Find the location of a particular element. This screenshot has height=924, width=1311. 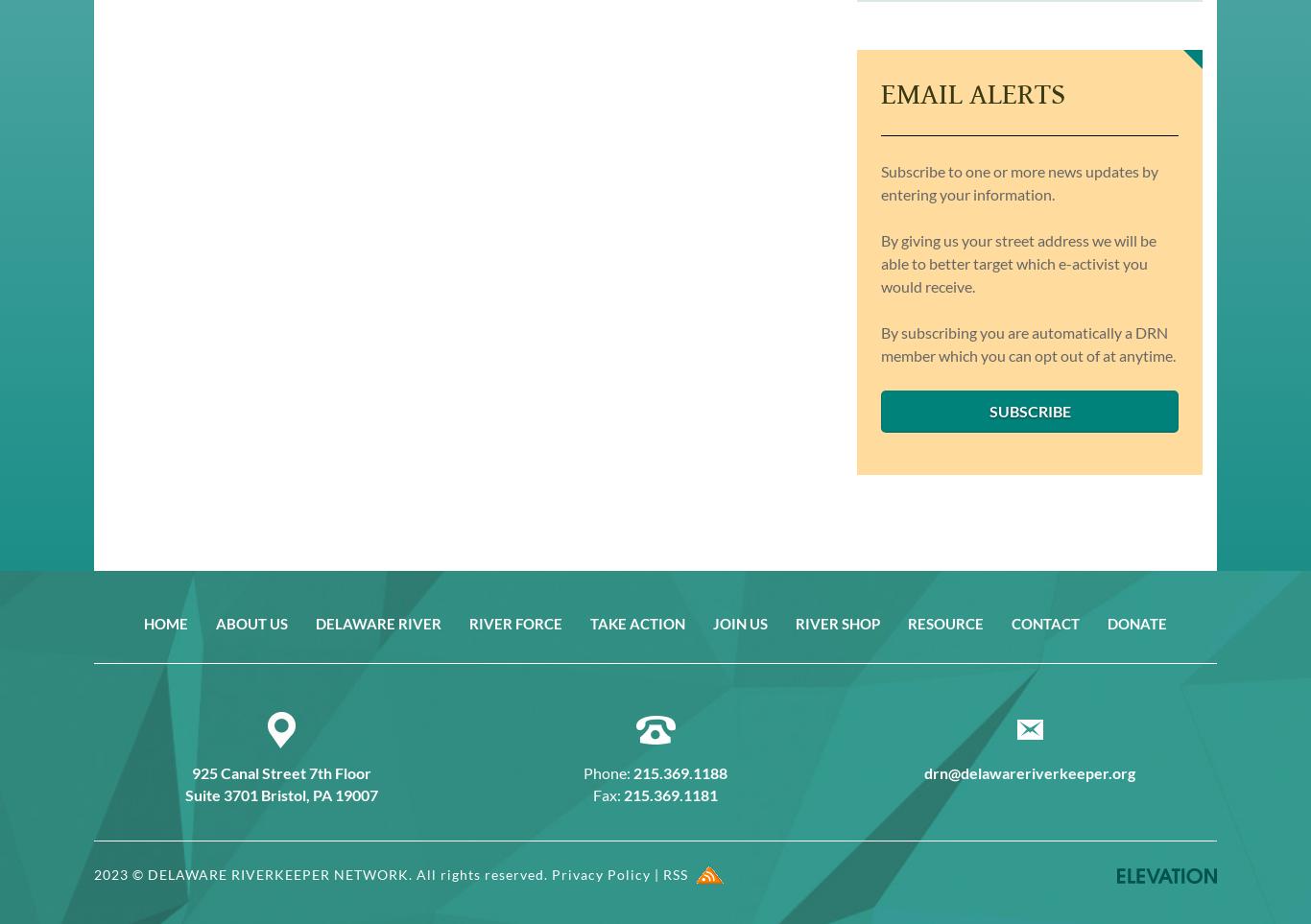

'Delaware River' is located at coordinates (377, 621).